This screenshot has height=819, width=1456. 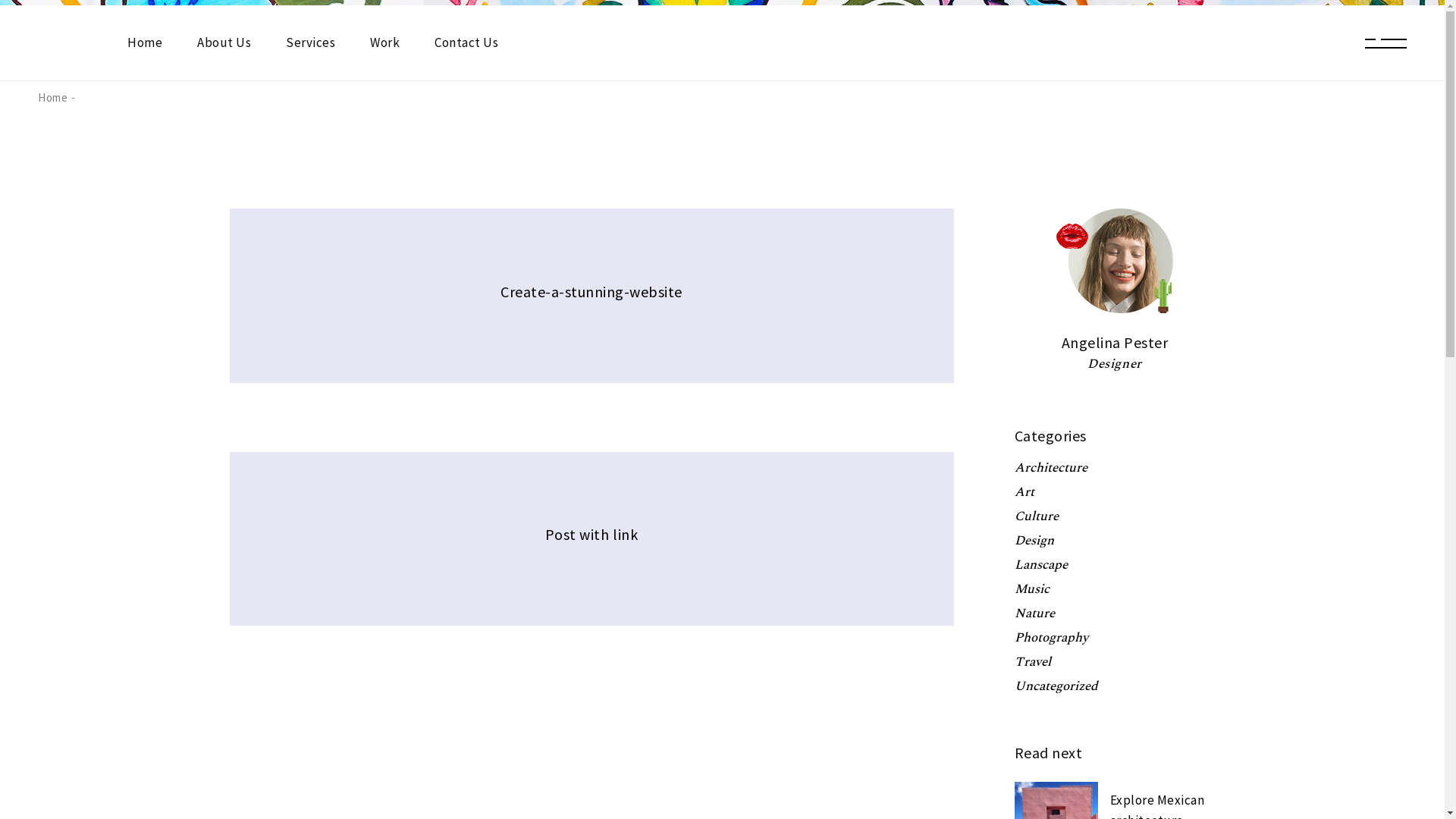 What do you see at coordinates (1055, 686) in the screenshot?
I see `'Uncategorized'` at bounding box center [1055, 686].